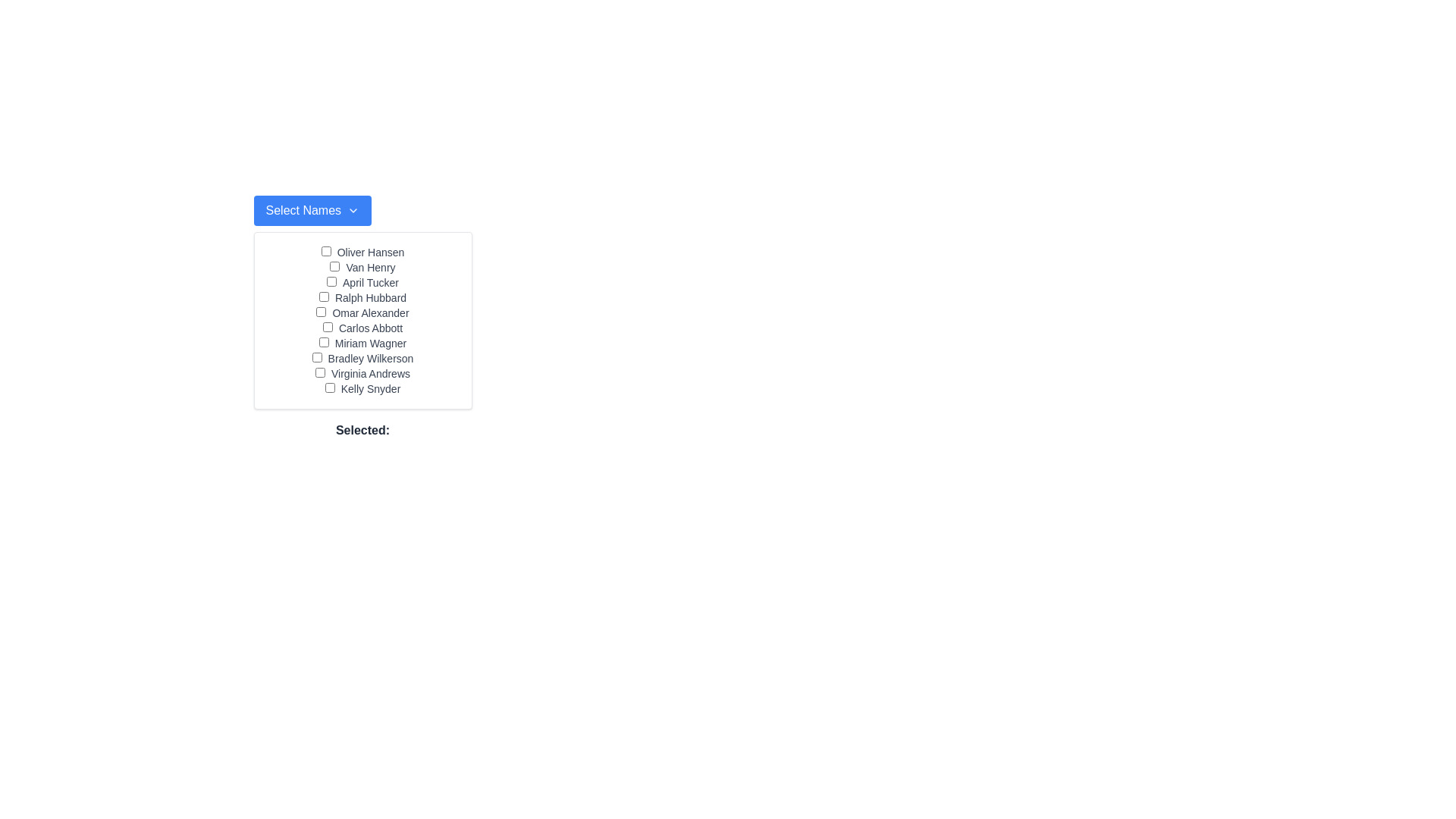 The image size is (1456, 819). I want to click on the checkbox labeled 'Van Henry', so click(334, 265).